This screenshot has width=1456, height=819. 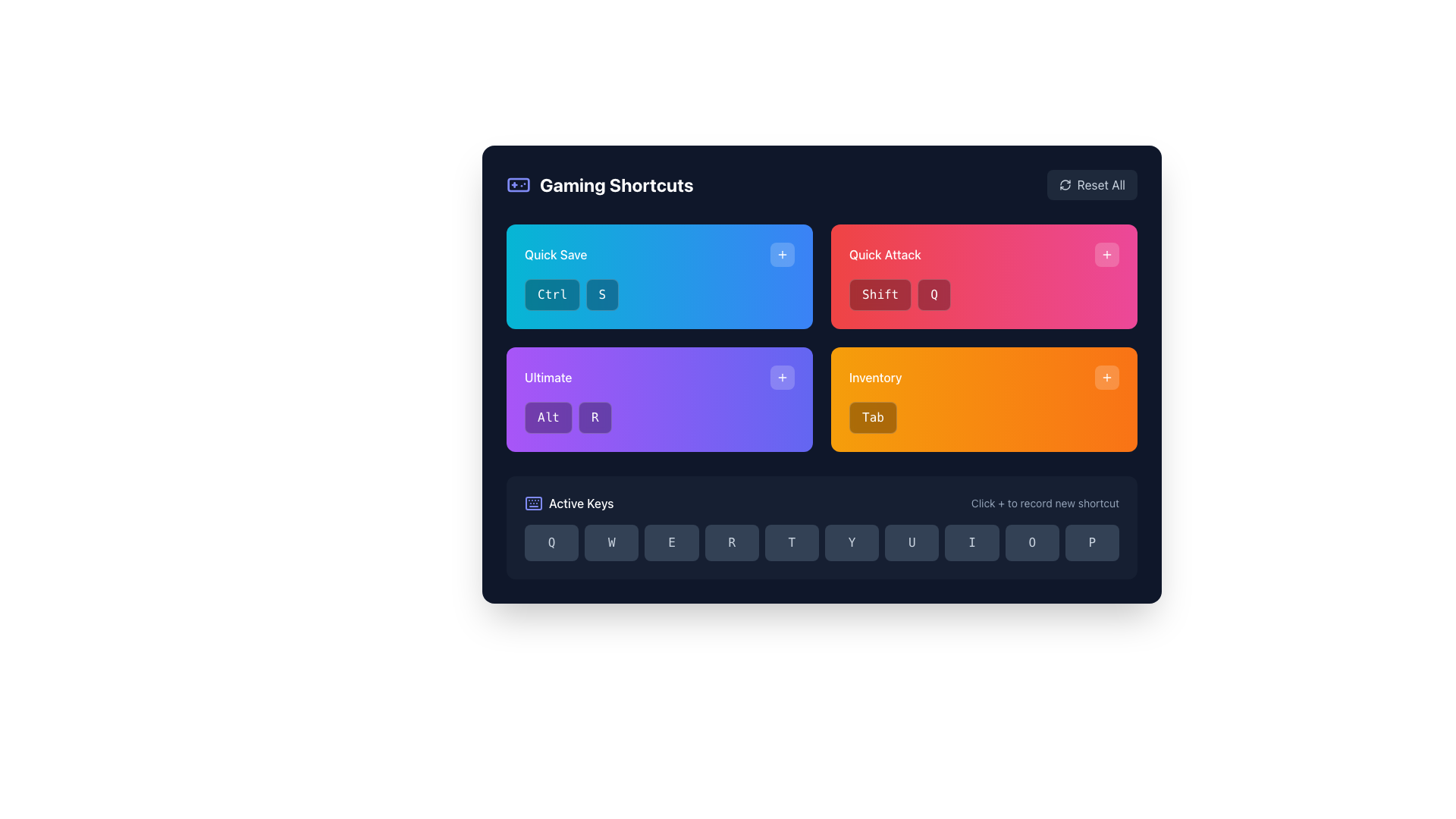 What do you see at coordinates (732, 542) in the screenshot?
I see `the 'R' key button located in the bottom section of the interface, positioned fourth from the left in the sequence of keyboard-style buttons` at bounding box center [732, 542].